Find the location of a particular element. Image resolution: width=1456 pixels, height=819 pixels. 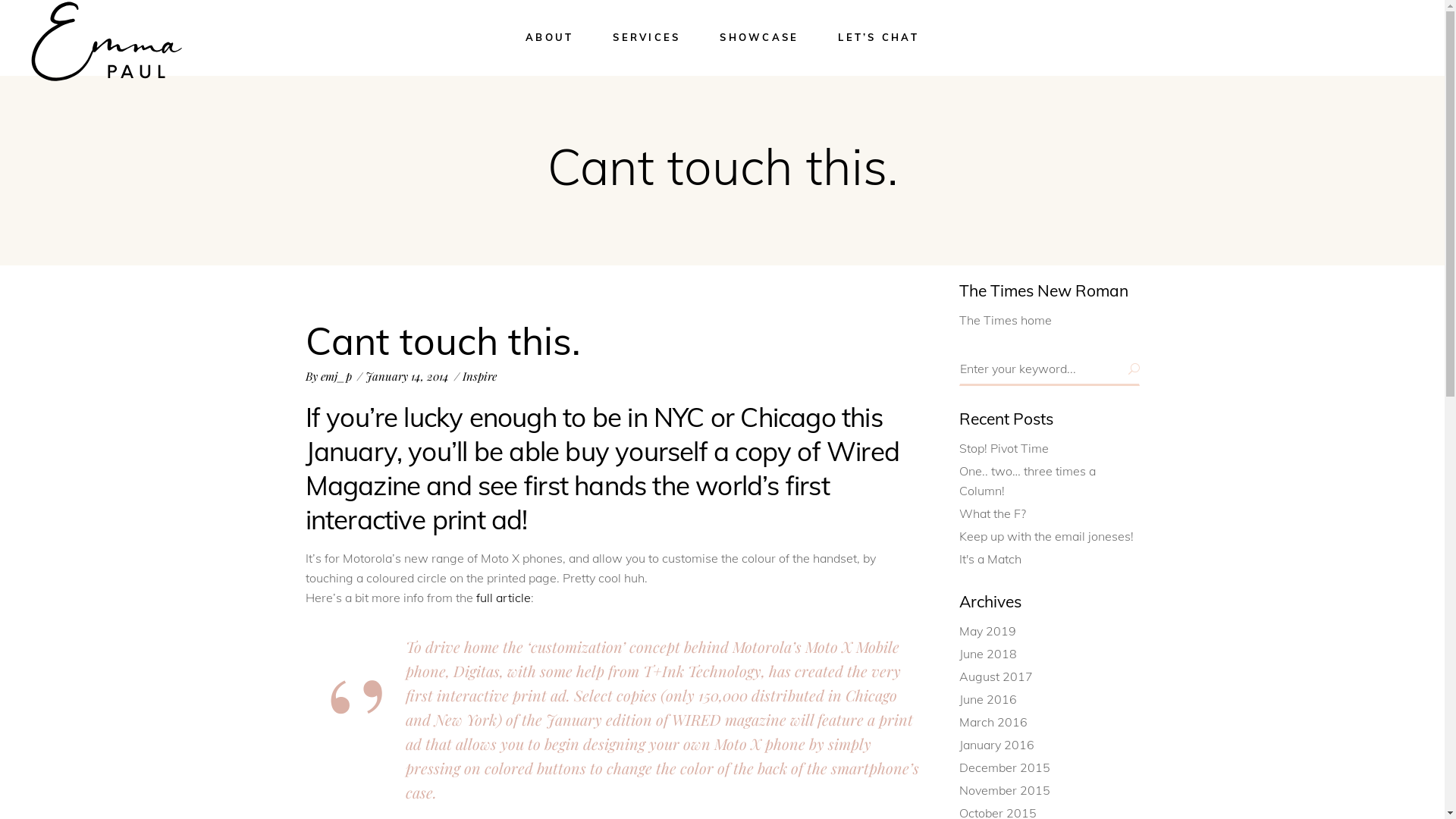

'May 2019' is located at coordinates (959, 631).